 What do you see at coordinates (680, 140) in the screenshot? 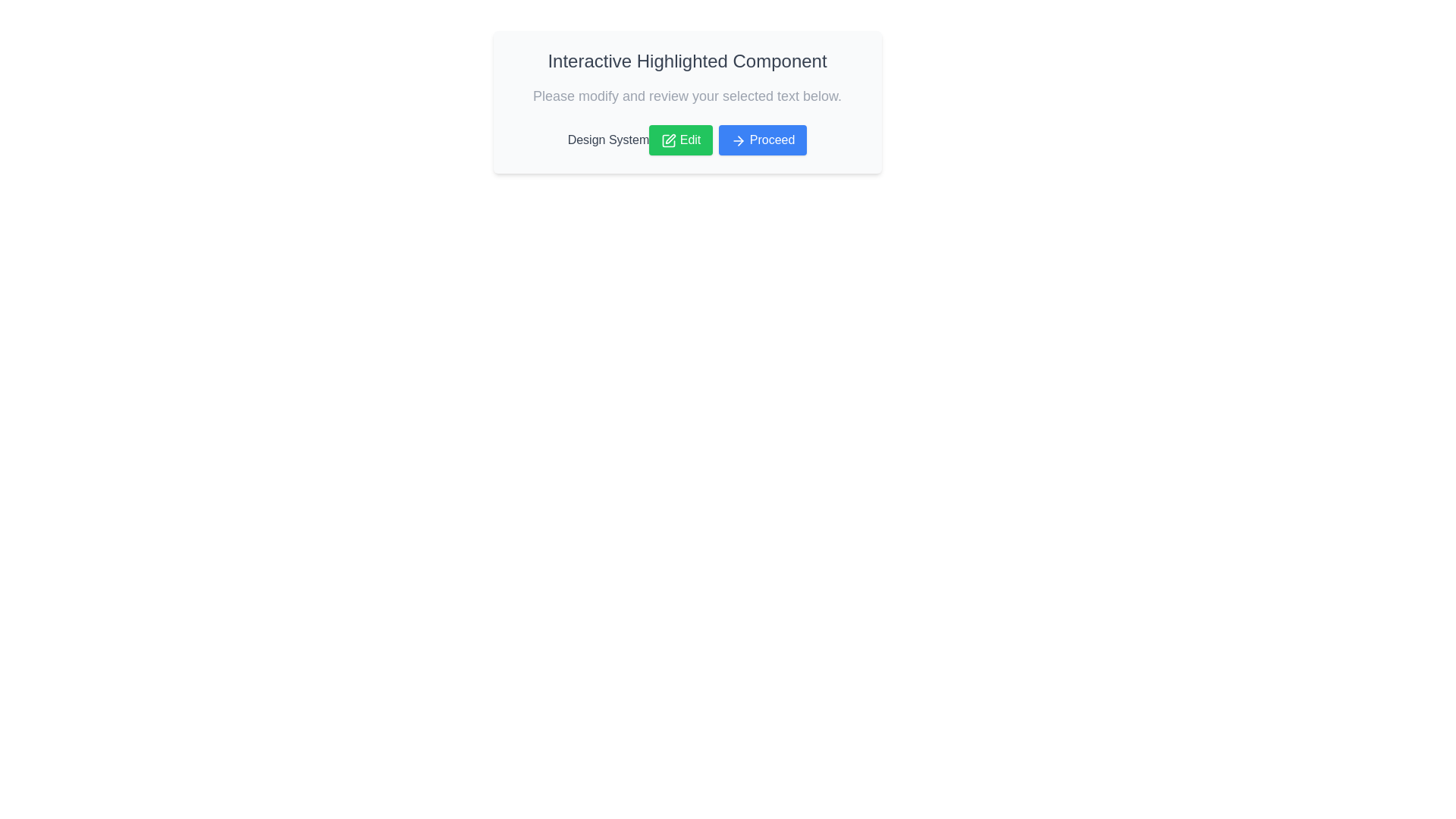
I see `the edit button positioned between the 'Design System' label and the 'Proceed' button` at bounding box center [680, 140].